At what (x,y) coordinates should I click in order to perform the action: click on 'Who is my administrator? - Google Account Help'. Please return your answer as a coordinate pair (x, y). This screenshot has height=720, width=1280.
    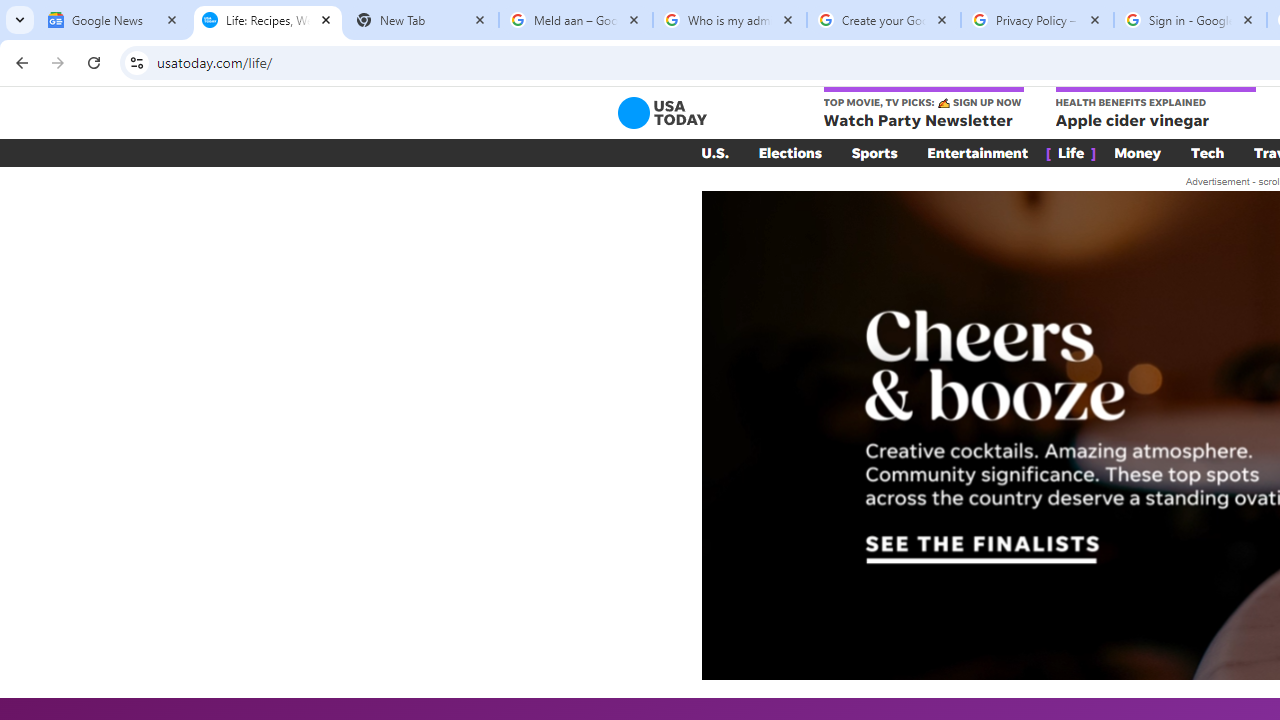
    Looking at the image, I should click on (729, 20).